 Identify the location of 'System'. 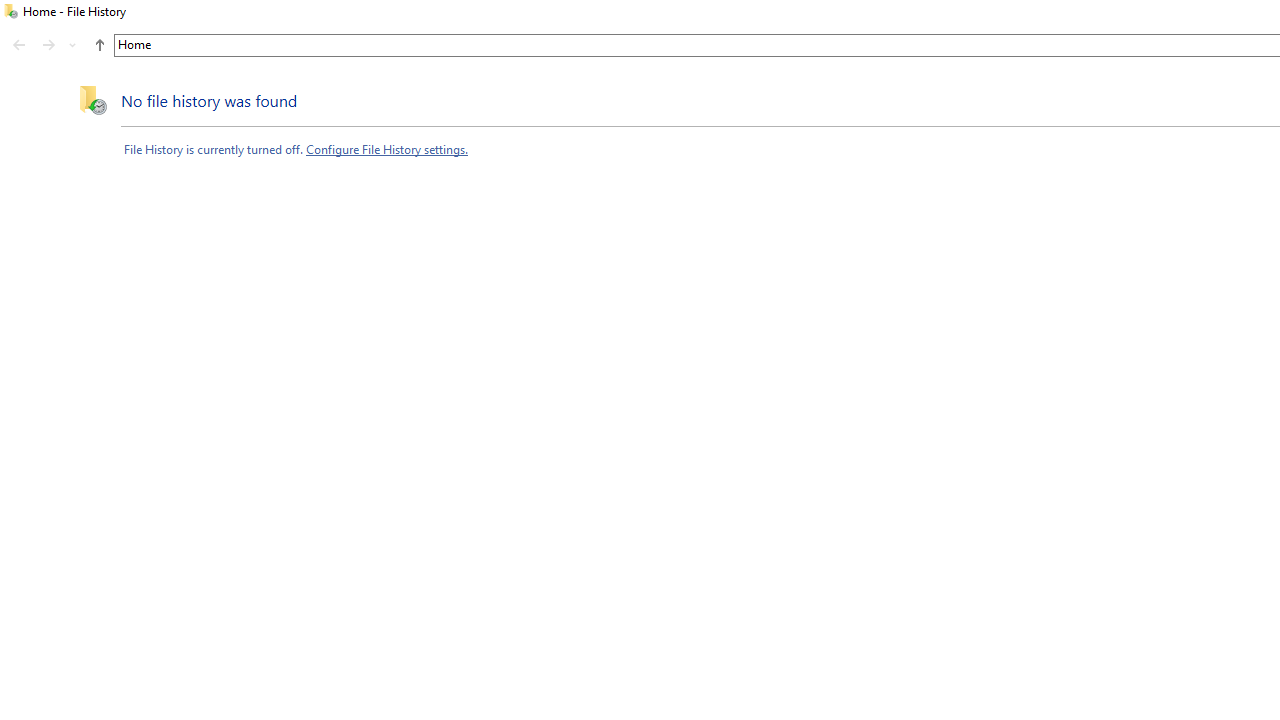
(10, 11).